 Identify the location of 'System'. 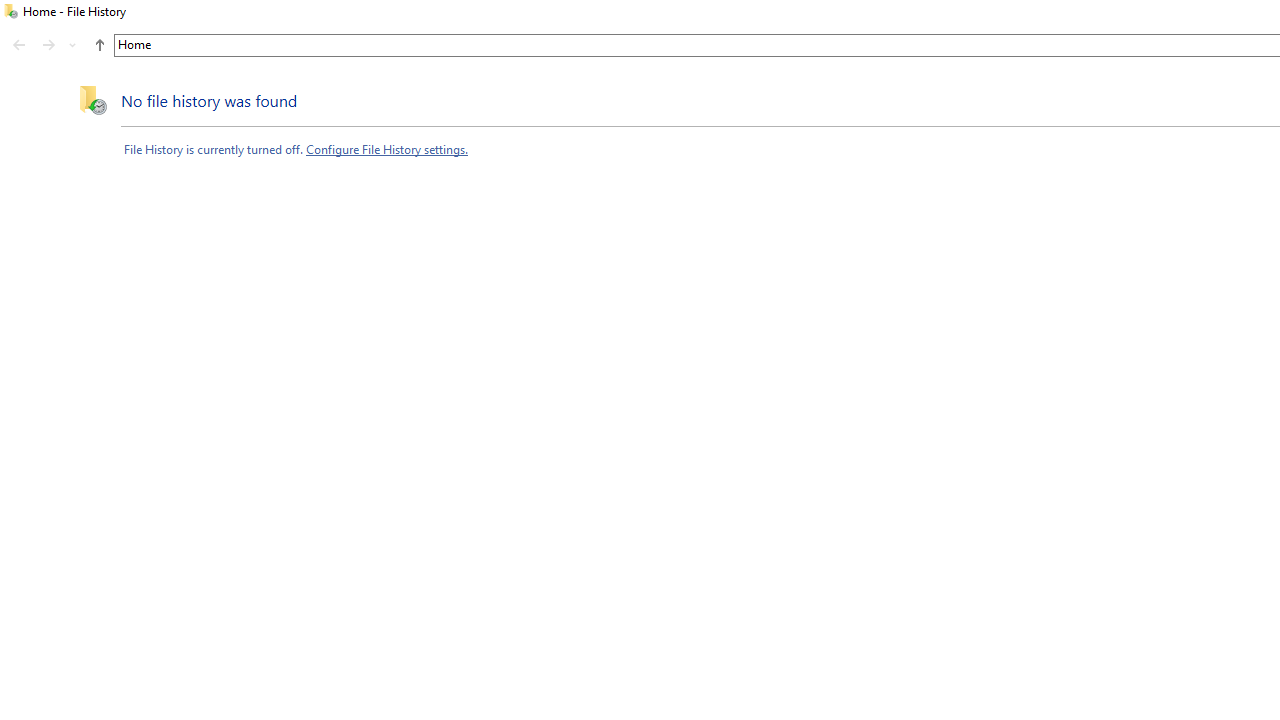
(10, 11).